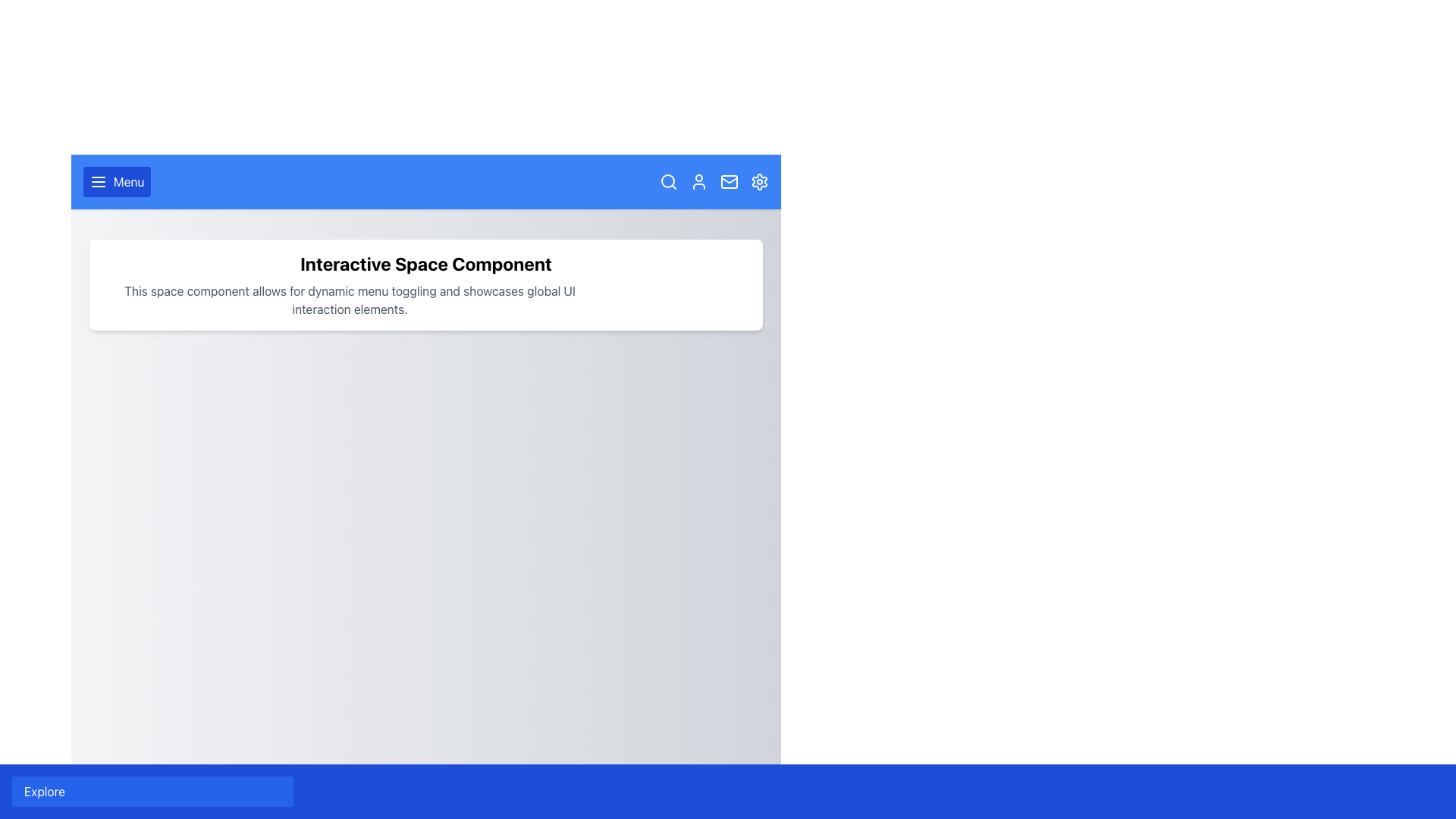 This screenshot has height=819, width=1456. What do you see at coordinates (729, 180) in the screenshot?
I see `the rectangular body of the envelope icon located in the upper right section of the navigation bar` at bounding box center [729, 180].